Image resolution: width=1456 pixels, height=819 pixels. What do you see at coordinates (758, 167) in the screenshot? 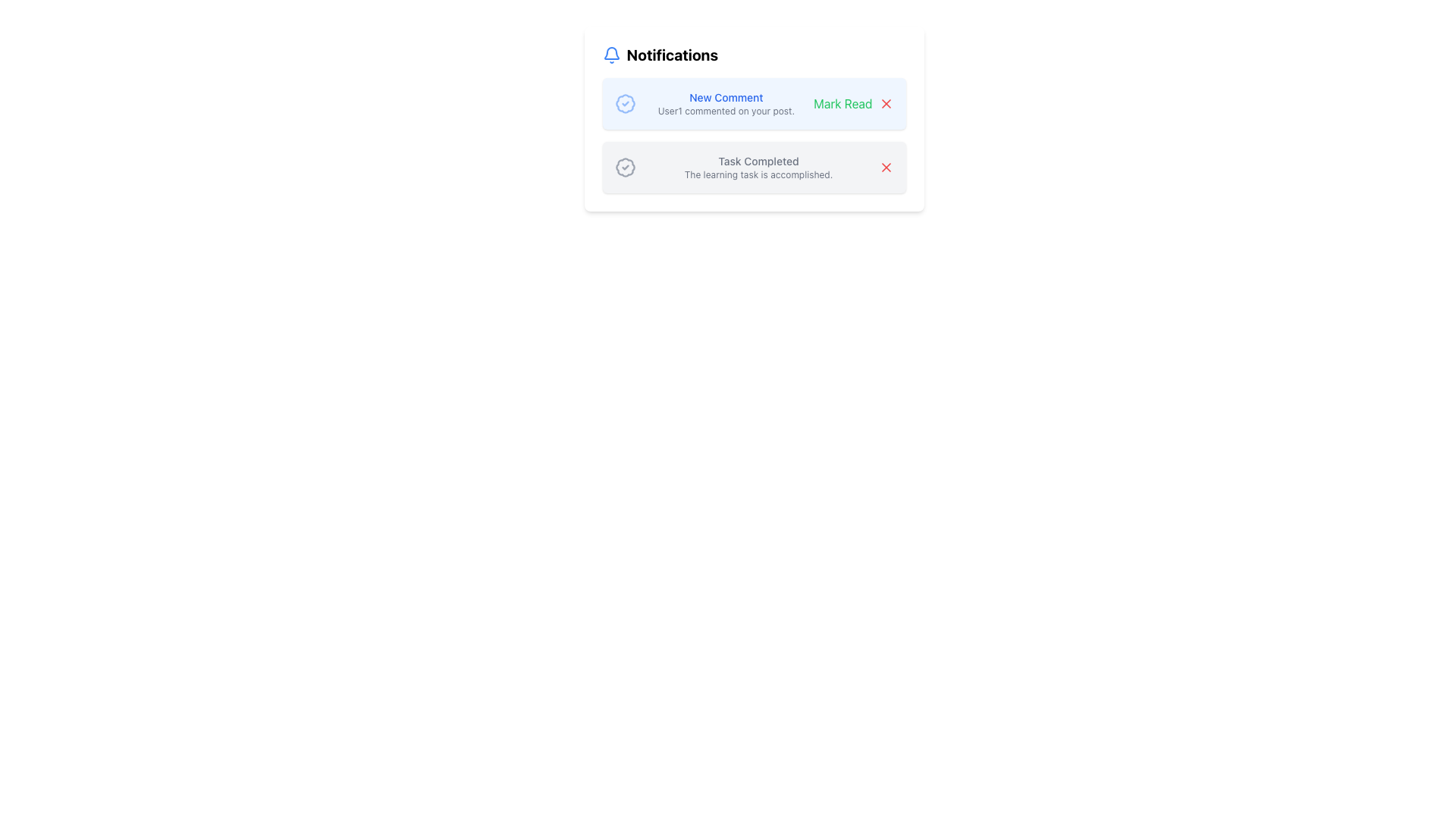
I see `the text component that displays 'Task Completed' and 'The learning task is accomplished.' in the lower notification block` at bounding box center [758, 167].